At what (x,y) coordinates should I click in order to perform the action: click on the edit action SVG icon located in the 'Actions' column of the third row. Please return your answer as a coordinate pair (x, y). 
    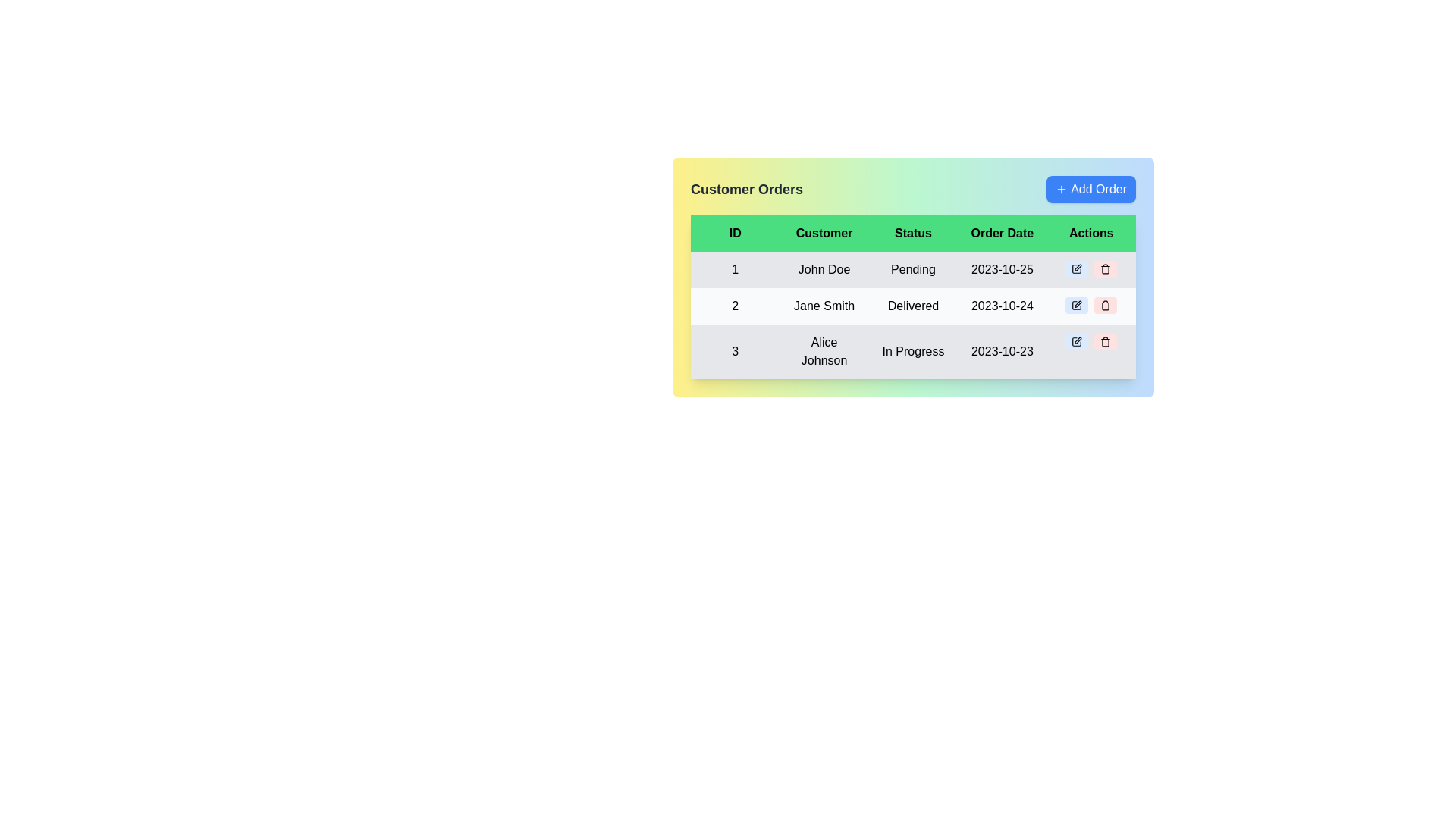
    Looking at the image, I should click on (1076, 342).